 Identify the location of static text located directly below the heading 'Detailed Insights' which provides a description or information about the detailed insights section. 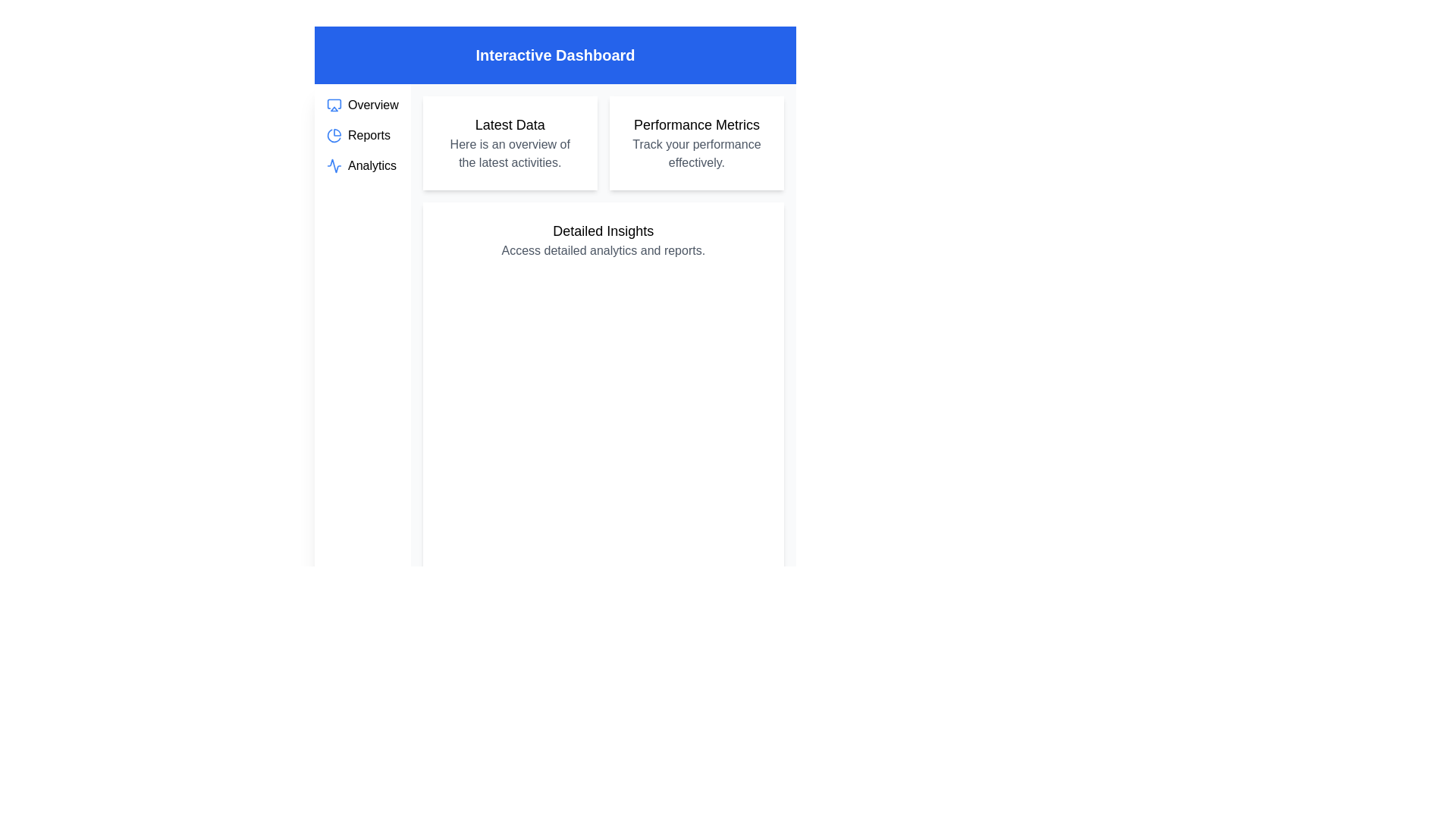
(602, 250).